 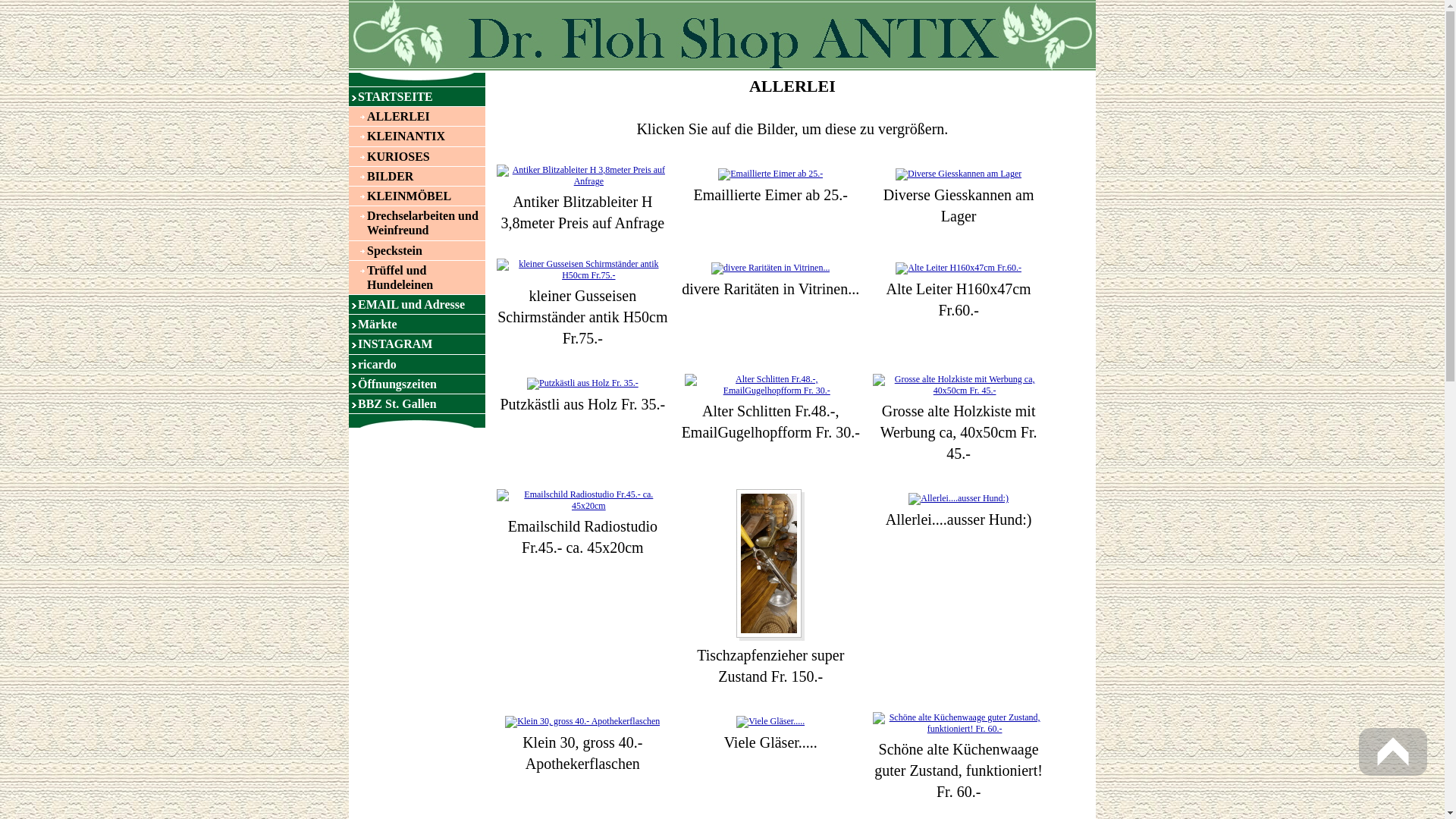 What do you see at coordinates (770, 172) in the screenshot?
I see `'Emaillierte Eimer ab 25.-'` at bounding box center [770, 172].